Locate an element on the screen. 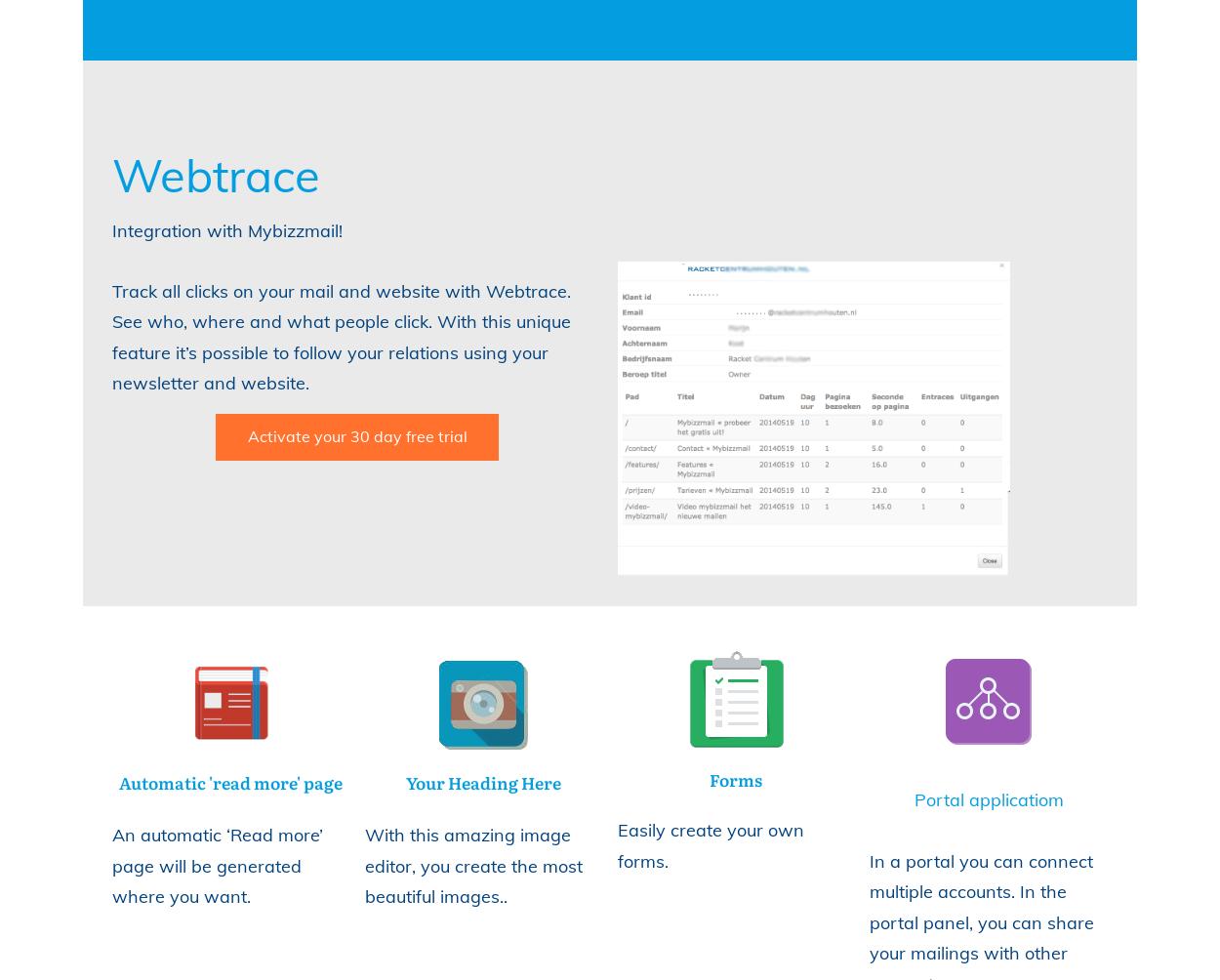 This screenshot has height=980, width=1220. 'Webtrace' is located at coordinates (215, 173).